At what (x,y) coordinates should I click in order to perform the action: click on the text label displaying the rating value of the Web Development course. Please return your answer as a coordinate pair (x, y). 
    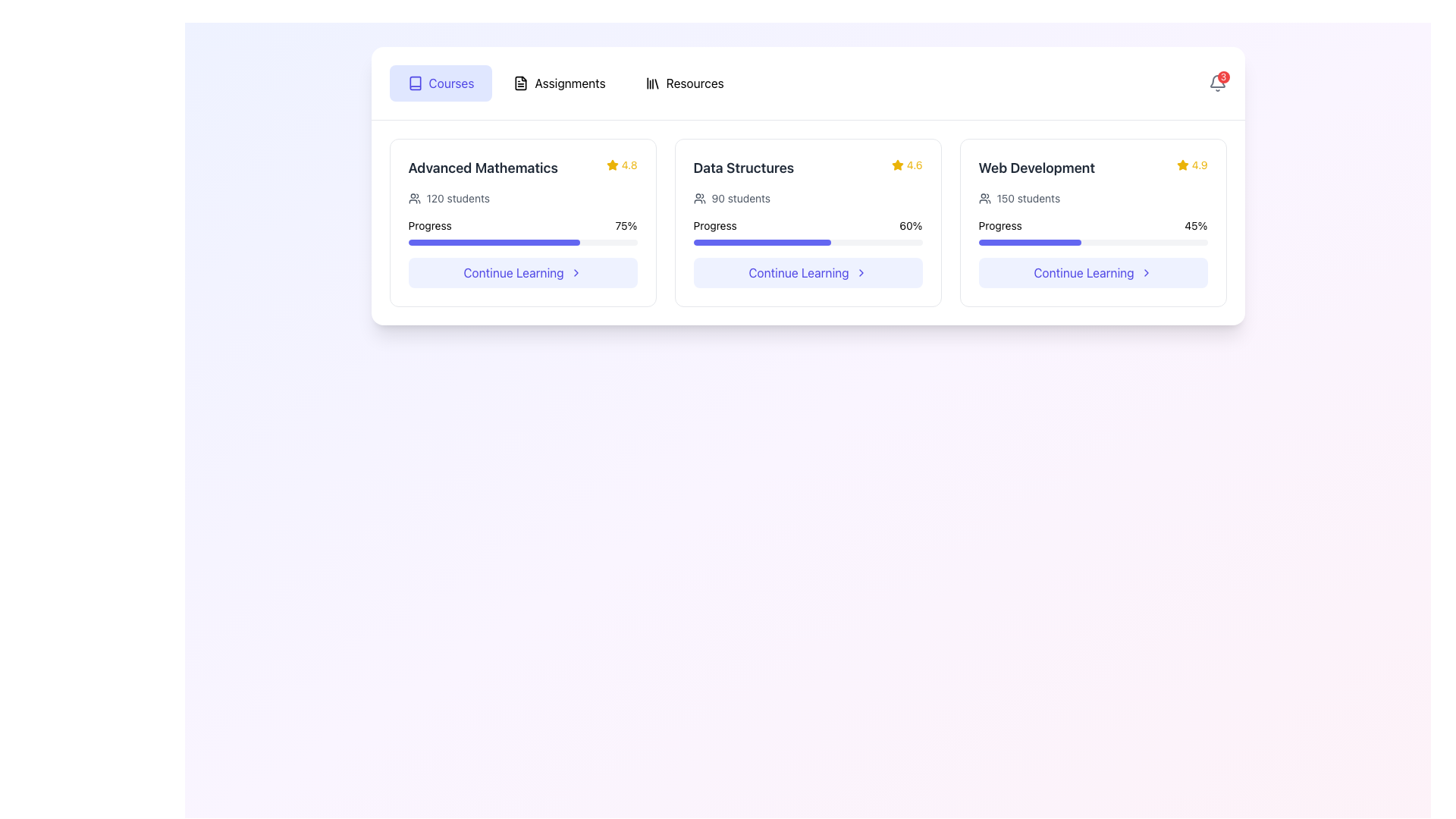
    Looking at the image, I should click on (1199, 165).